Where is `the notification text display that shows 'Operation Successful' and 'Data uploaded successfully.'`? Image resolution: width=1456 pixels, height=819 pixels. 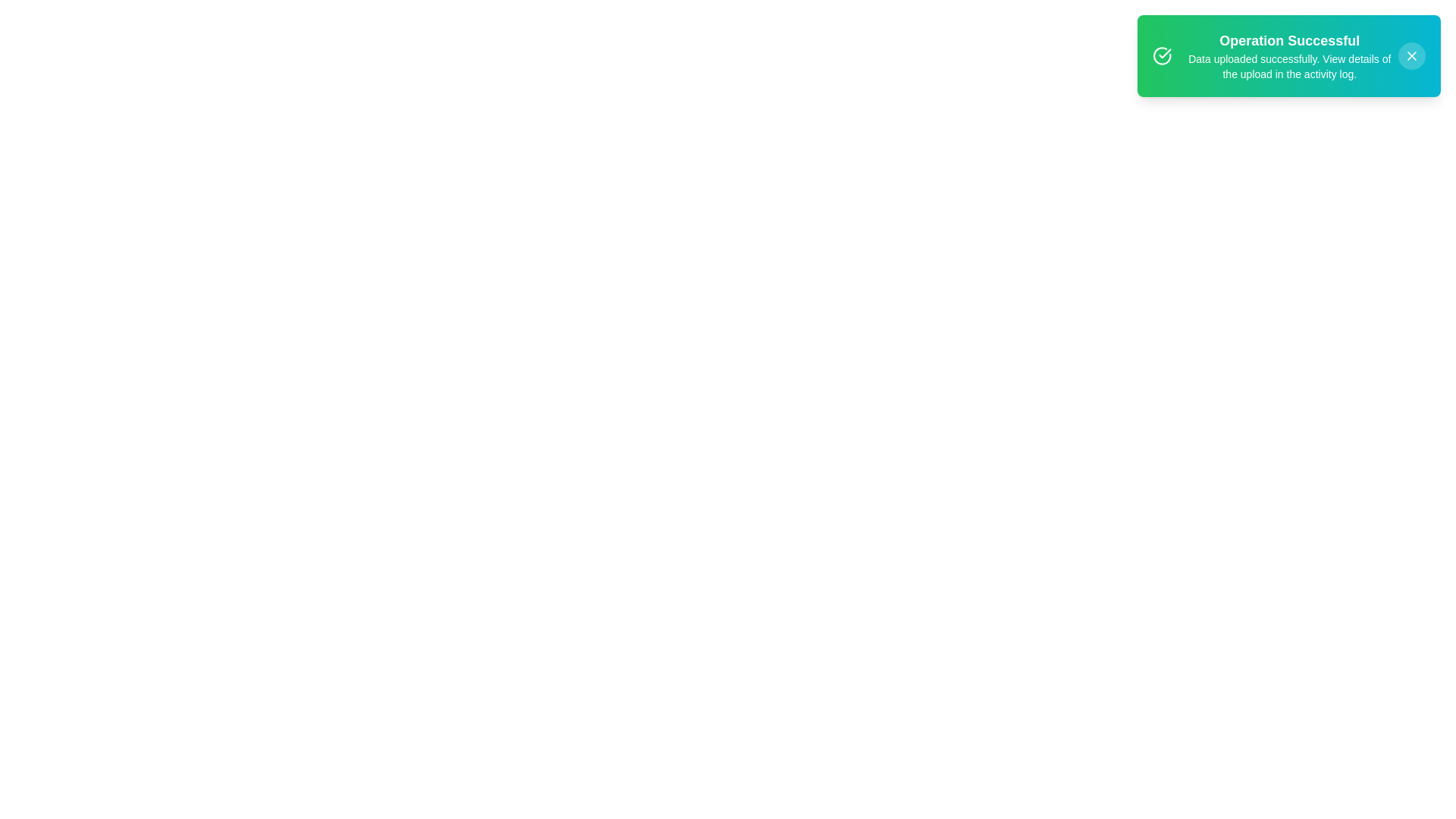 the notification text display that shows 'Operation Successful' and 'Data uploaded successfully.' is located at coordinates (1288, 55).